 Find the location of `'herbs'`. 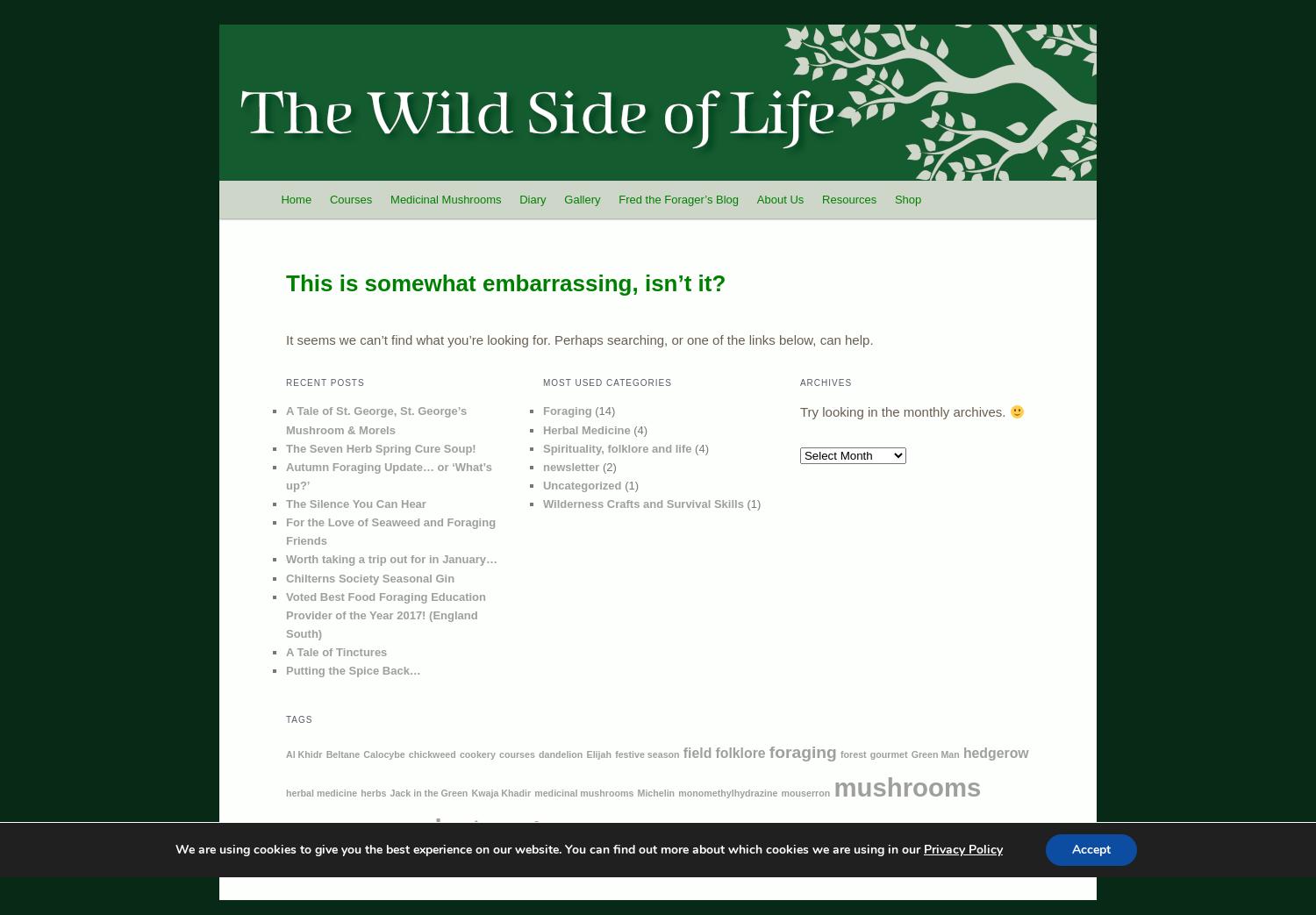

'herbs' is located at coordinates (361, 791).